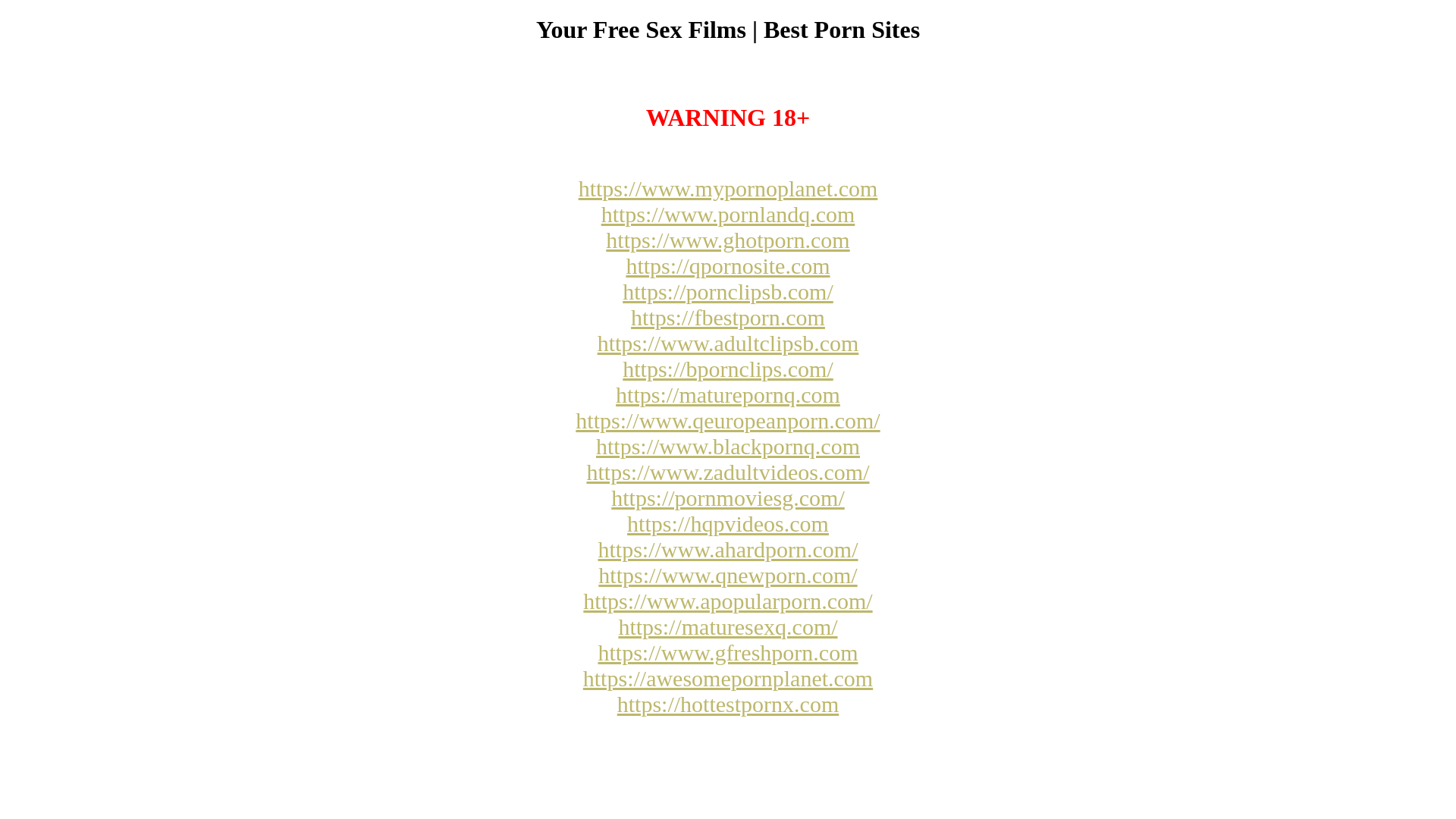 This screenshot has height=819, width=1456. What do you see at coordinates (728, 394) in the screenshot?
I see `'https://maturepornq.com'` at bounding box center [728, 394].